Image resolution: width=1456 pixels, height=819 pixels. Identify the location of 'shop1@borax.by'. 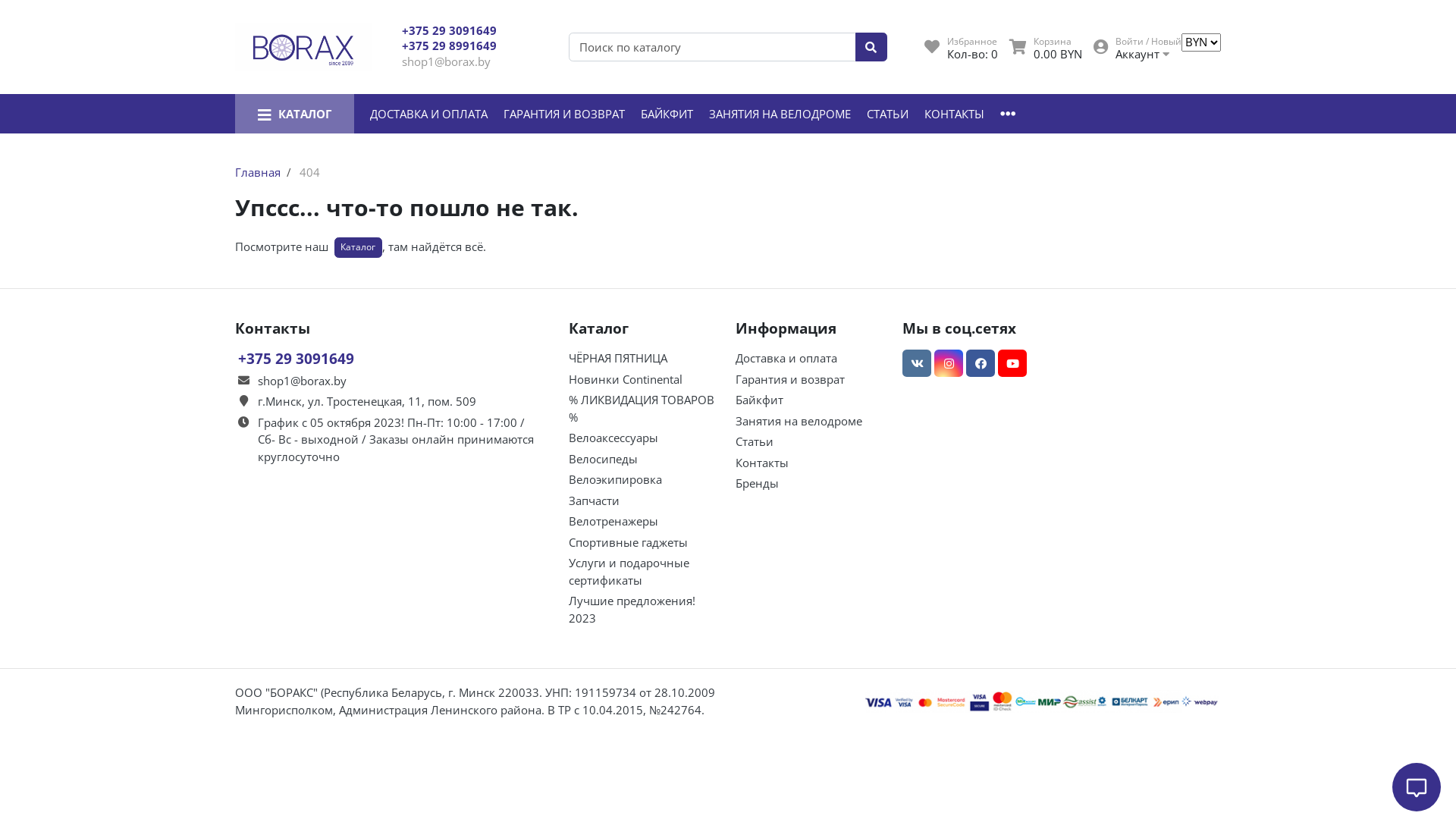
(445, 61).